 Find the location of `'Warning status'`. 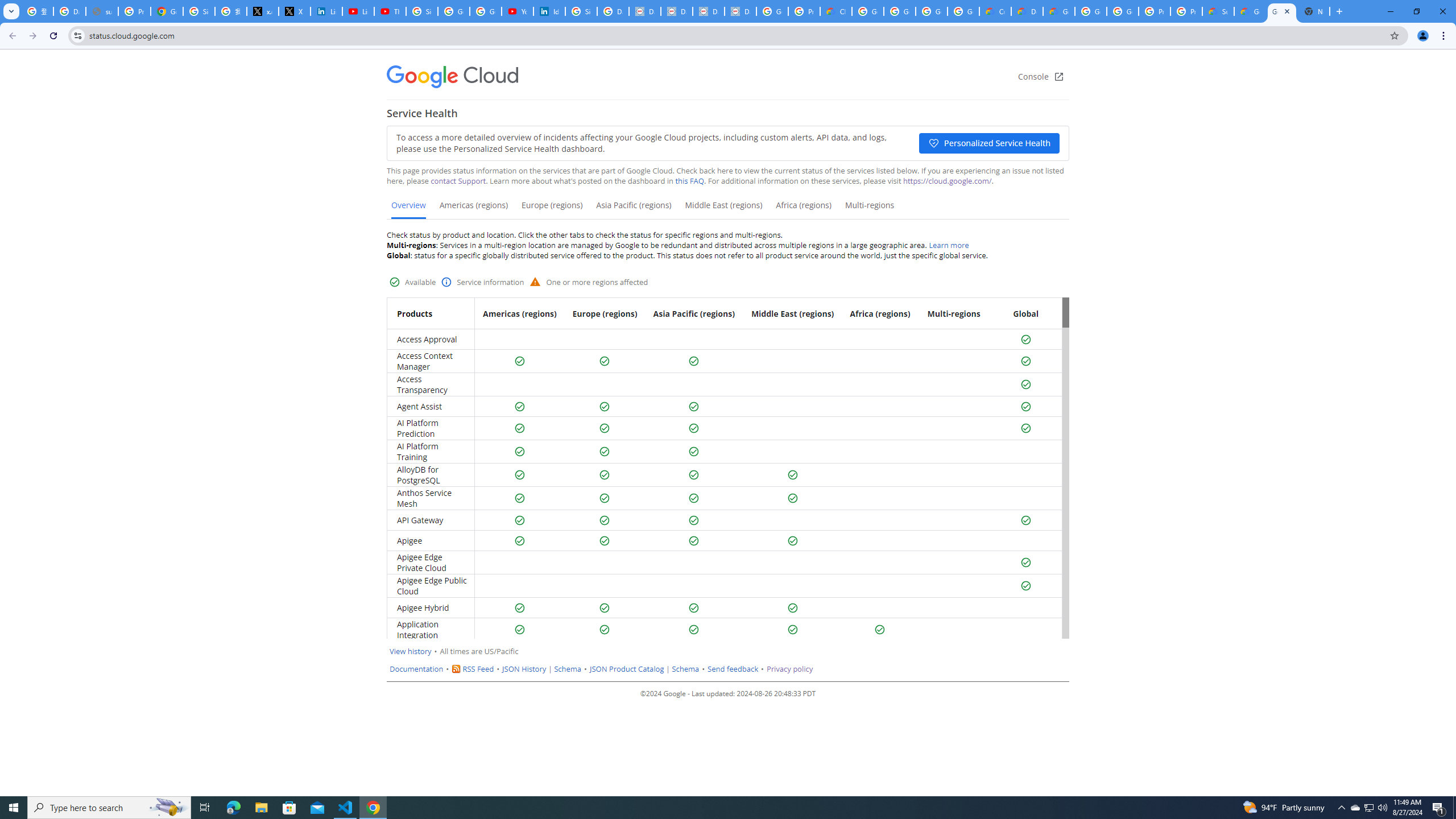

'Warning status' is located at coordinates (535, 281).